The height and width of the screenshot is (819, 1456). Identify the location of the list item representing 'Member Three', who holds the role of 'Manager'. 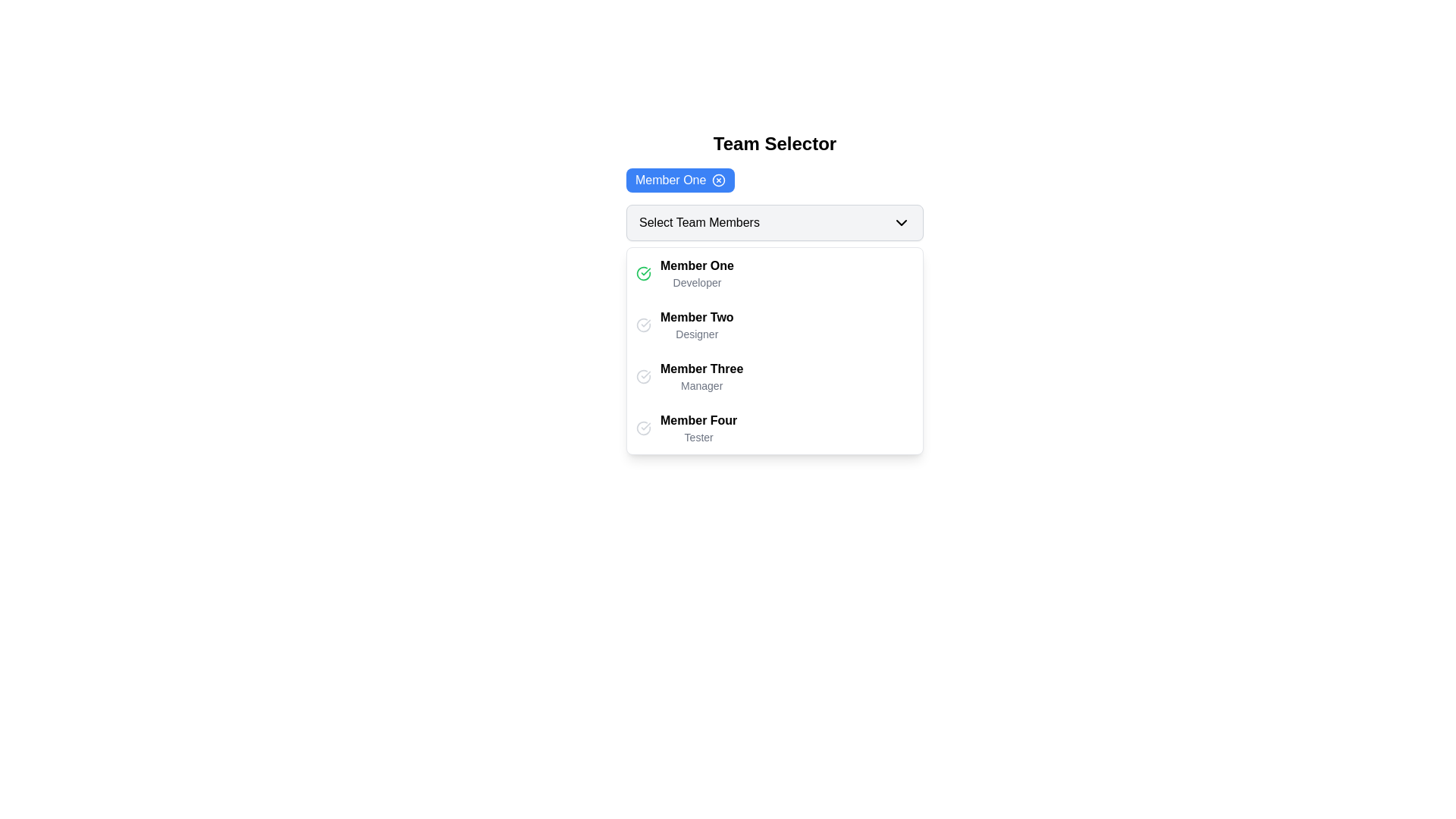
(775, 376).